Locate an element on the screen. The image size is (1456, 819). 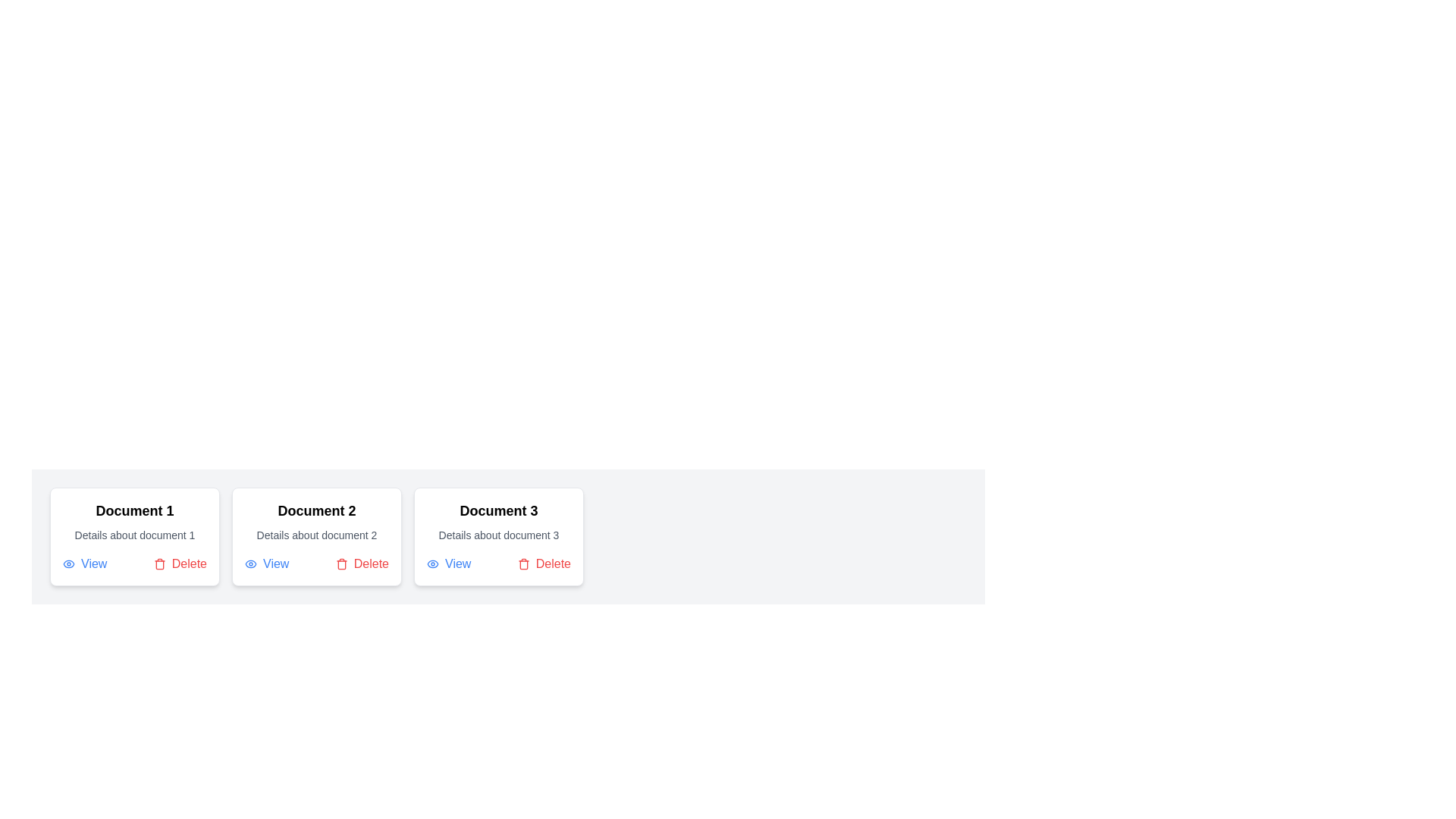
the blue 'View' button with an eye icon located in the bottom-left corner of the 'Document 1' card is located at coordinates (83, 564).